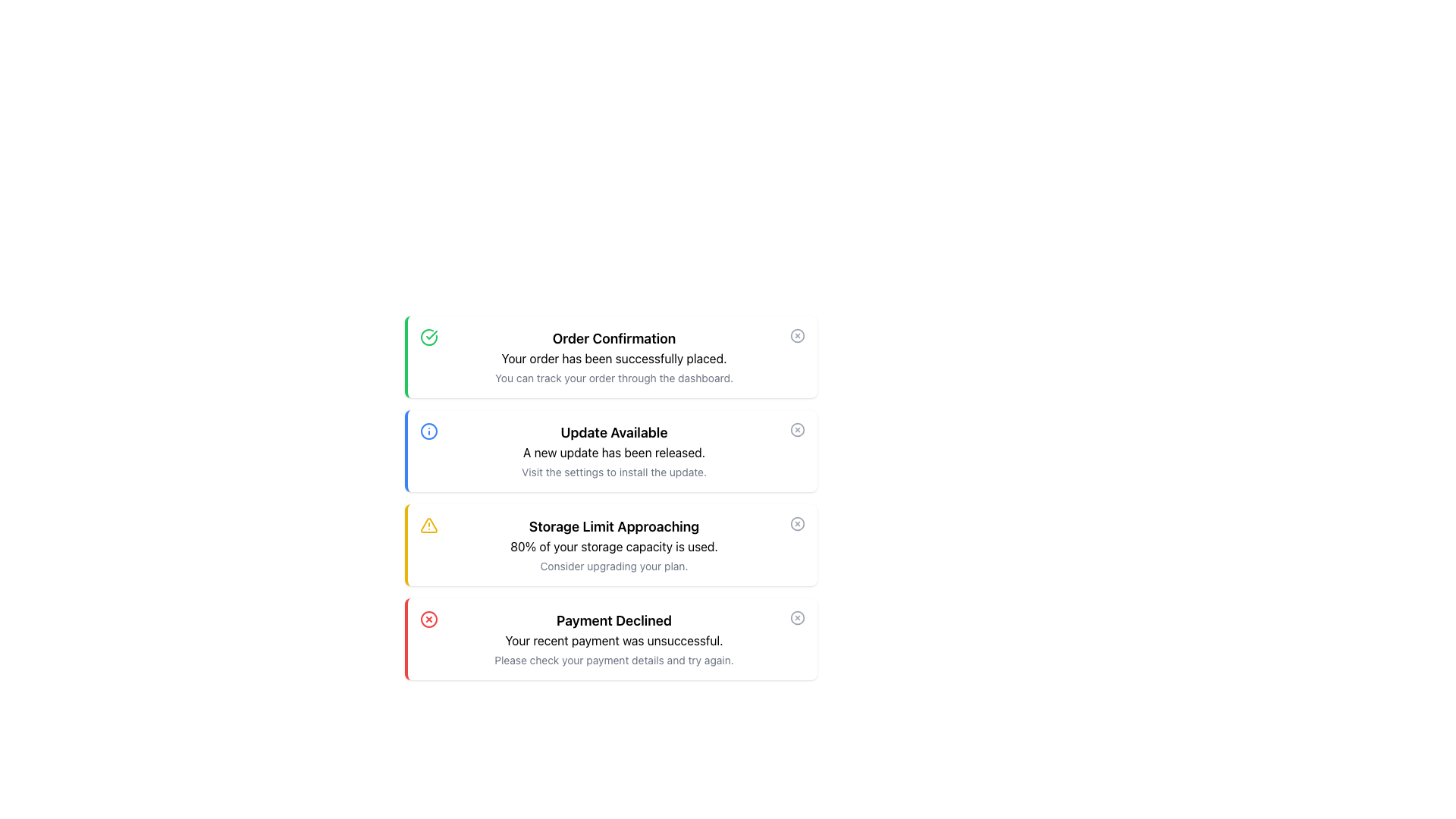  I want to click on the Close Button (Icon) located in the top-right corner of the 'Storage Limit Approaching' notification card to observe the hover effects, so click(796, 522).